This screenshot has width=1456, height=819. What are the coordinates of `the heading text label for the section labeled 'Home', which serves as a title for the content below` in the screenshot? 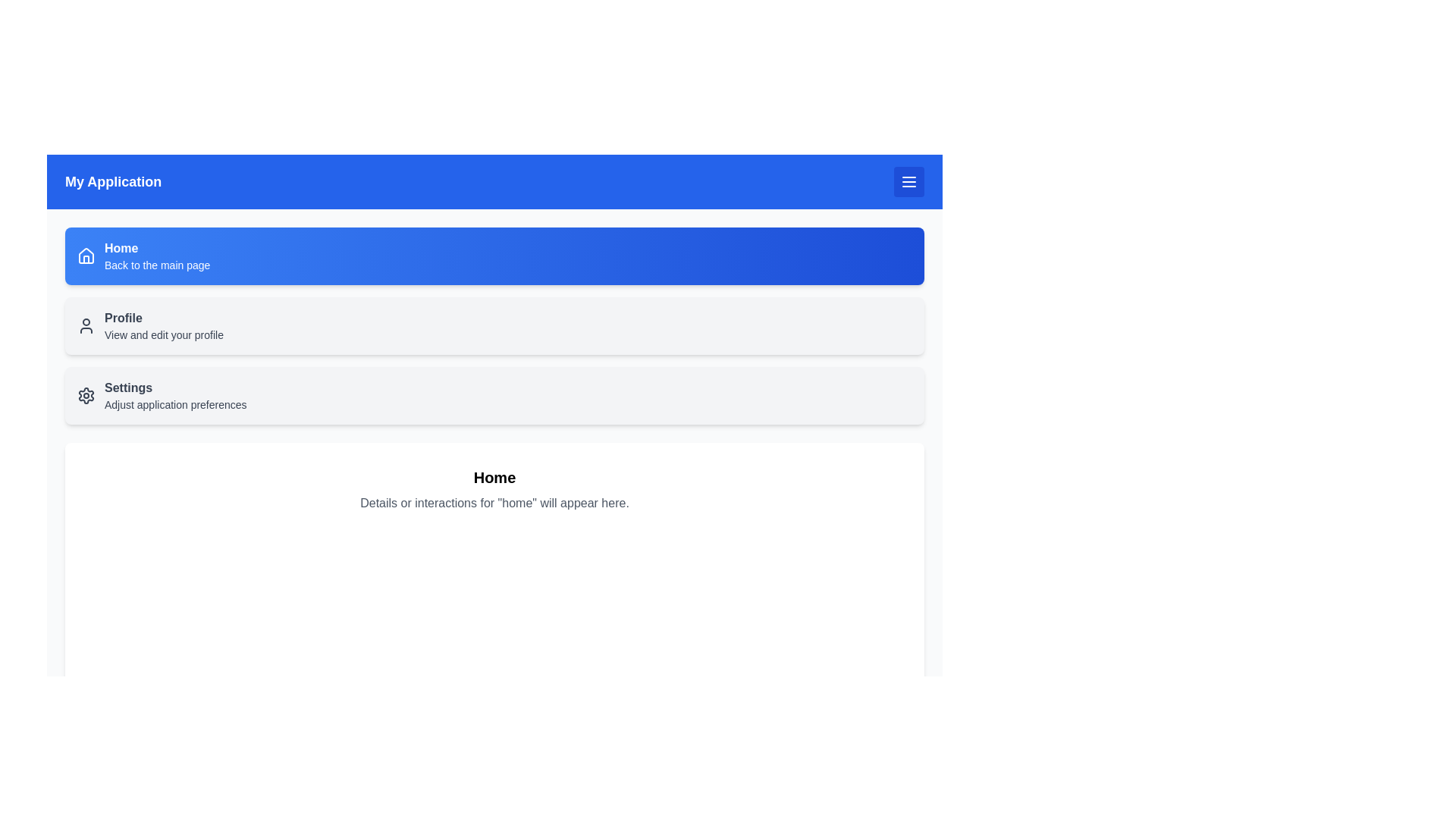 It's located at (494, 476).